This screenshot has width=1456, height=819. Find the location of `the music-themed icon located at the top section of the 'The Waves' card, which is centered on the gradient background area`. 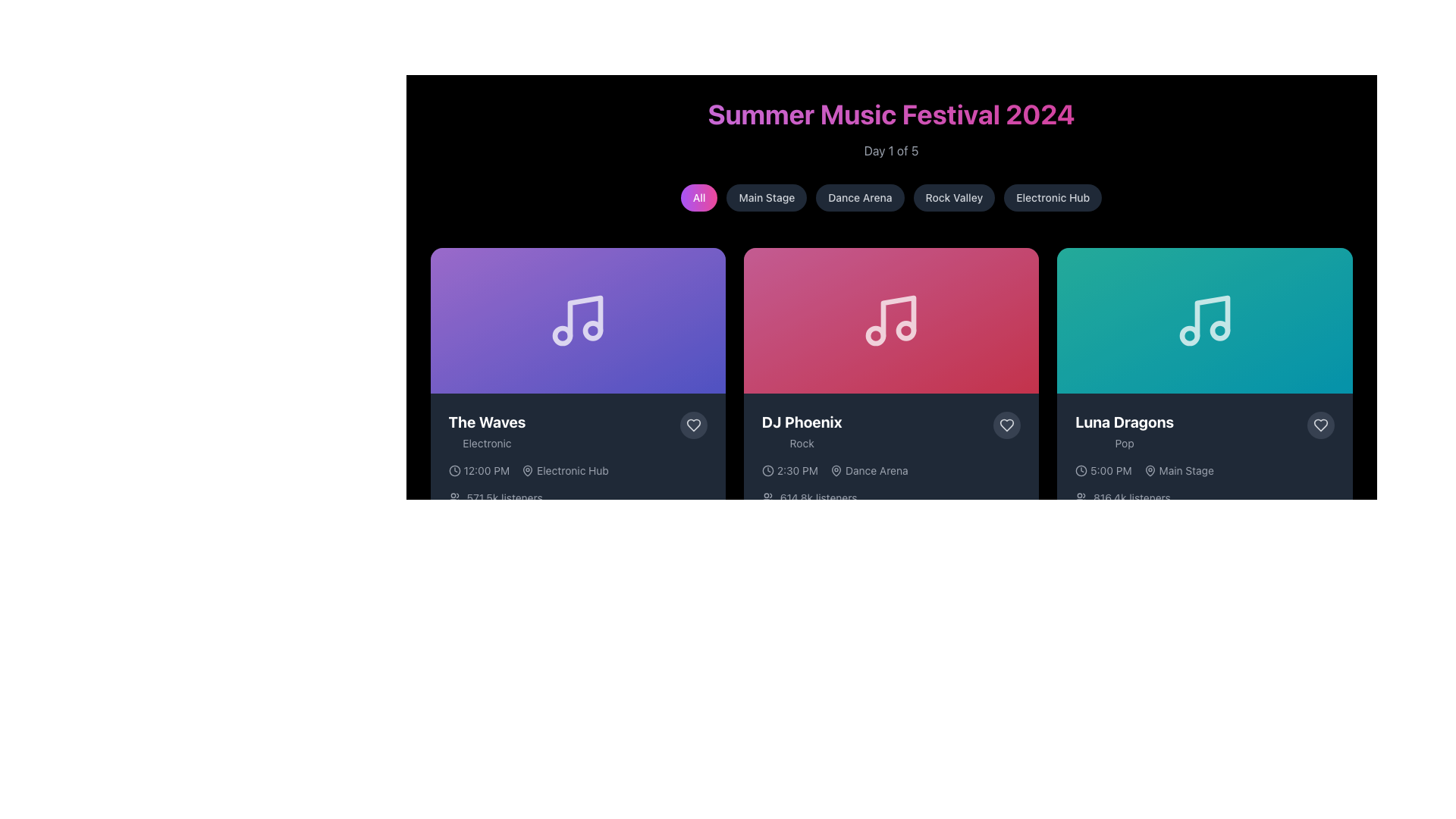

the music-themed icon located at the top section of the 'The Waves' card, which is centered on the gradient background area is located at coordinates (577, 320).